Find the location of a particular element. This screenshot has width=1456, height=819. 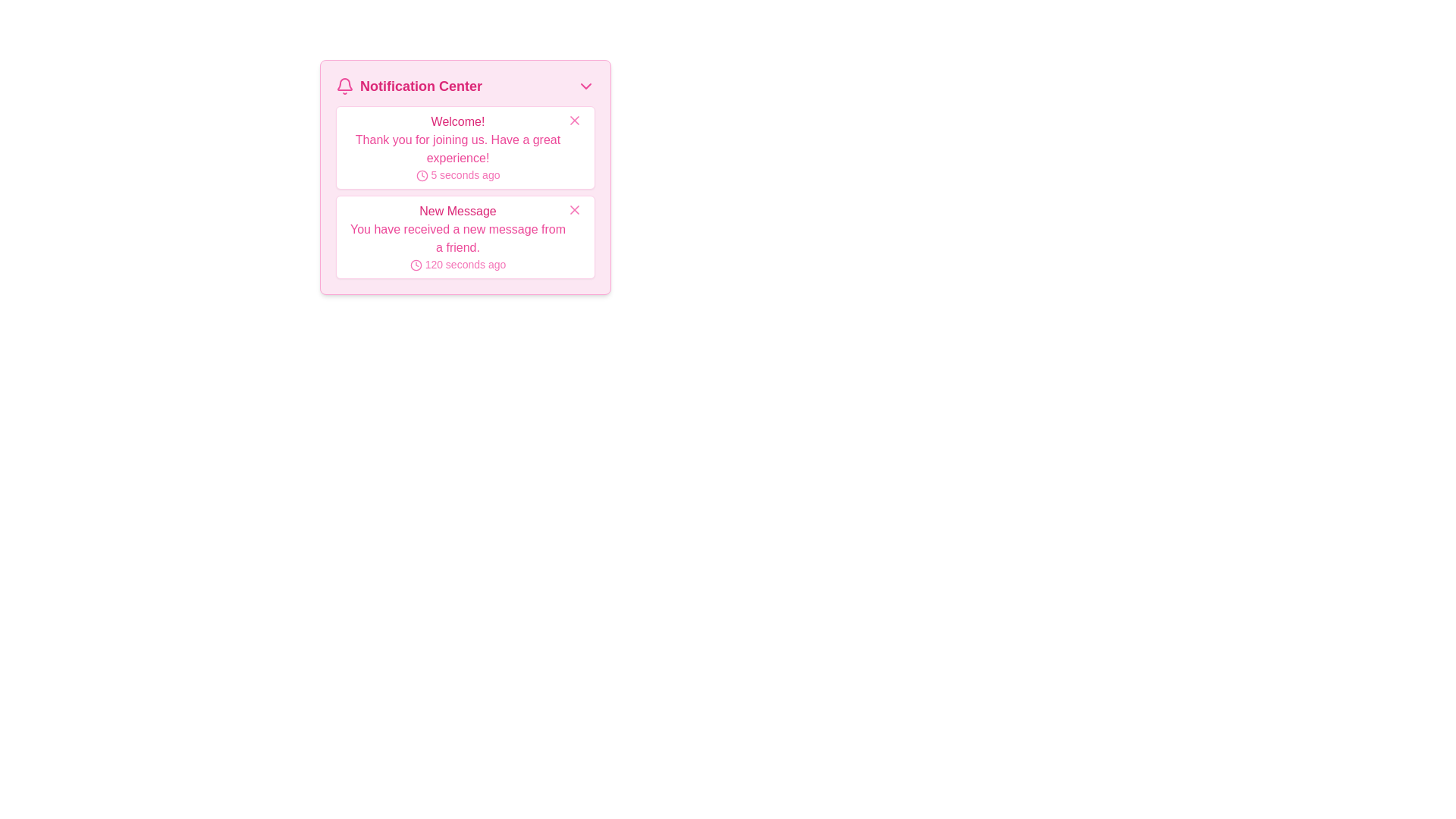

the close button located at the top-right corner of the 'New Message' notification box is located at coordinates (574, 210).